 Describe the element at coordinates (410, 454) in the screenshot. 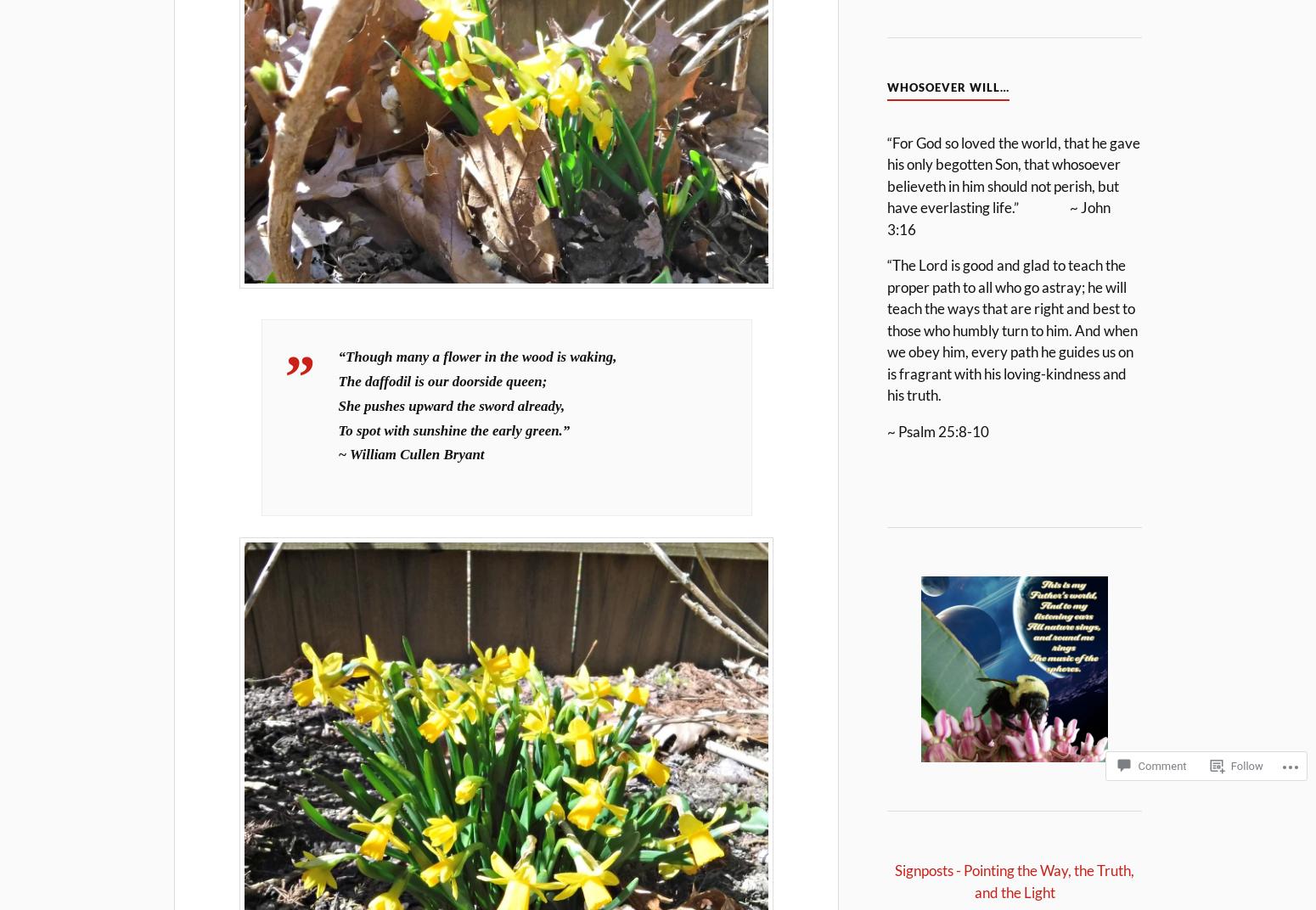

I see `'~ William Cullen Bryant'` at that location.